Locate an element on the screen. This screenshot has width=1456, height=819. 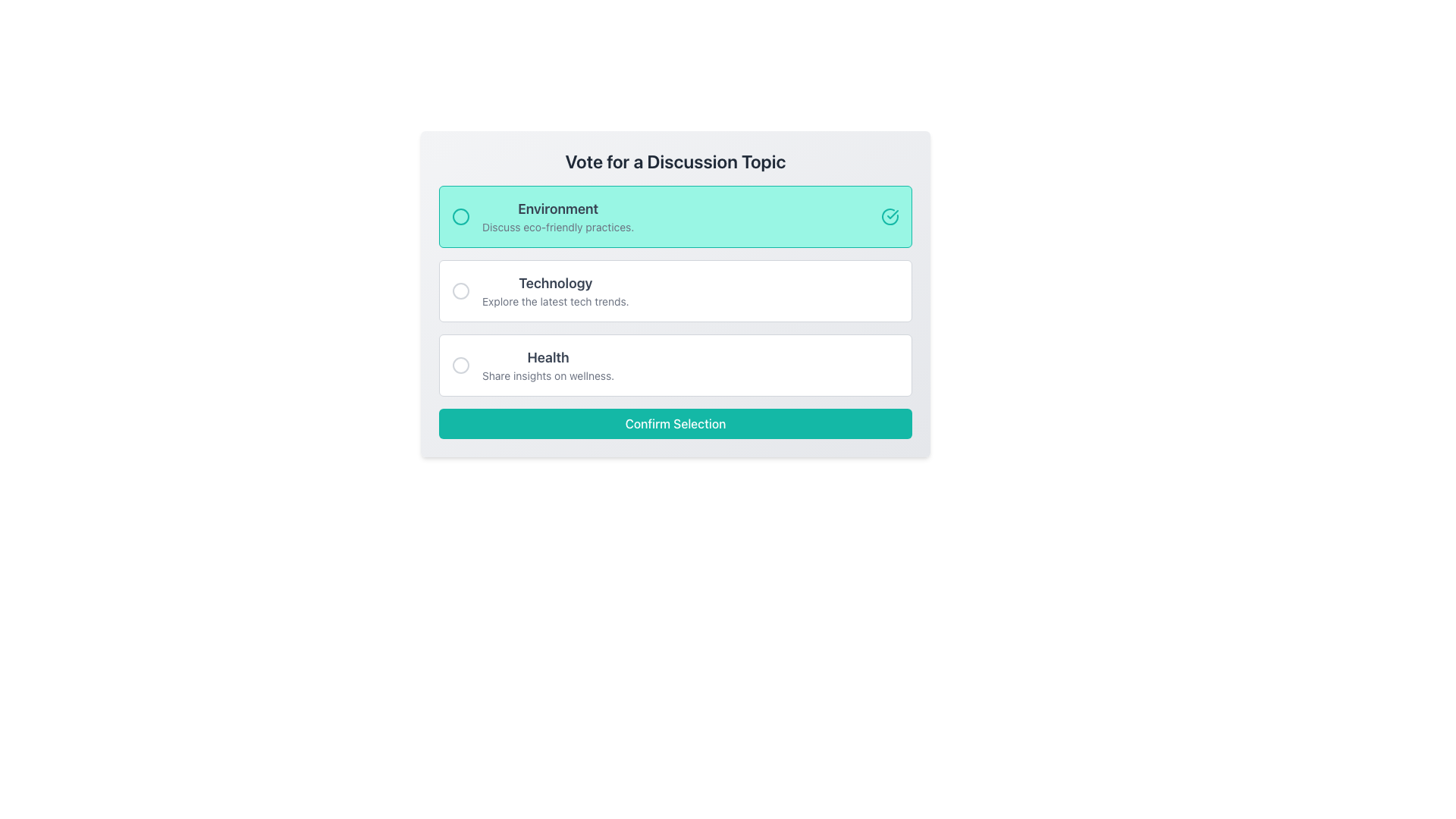
the text component displaying 'Discuss eco-friendly practices.' styled in gray, located within the turquoise card labeled 'Environment', which is positioned below the larger bold text 'Environment' is located at coordinates (557, 227).